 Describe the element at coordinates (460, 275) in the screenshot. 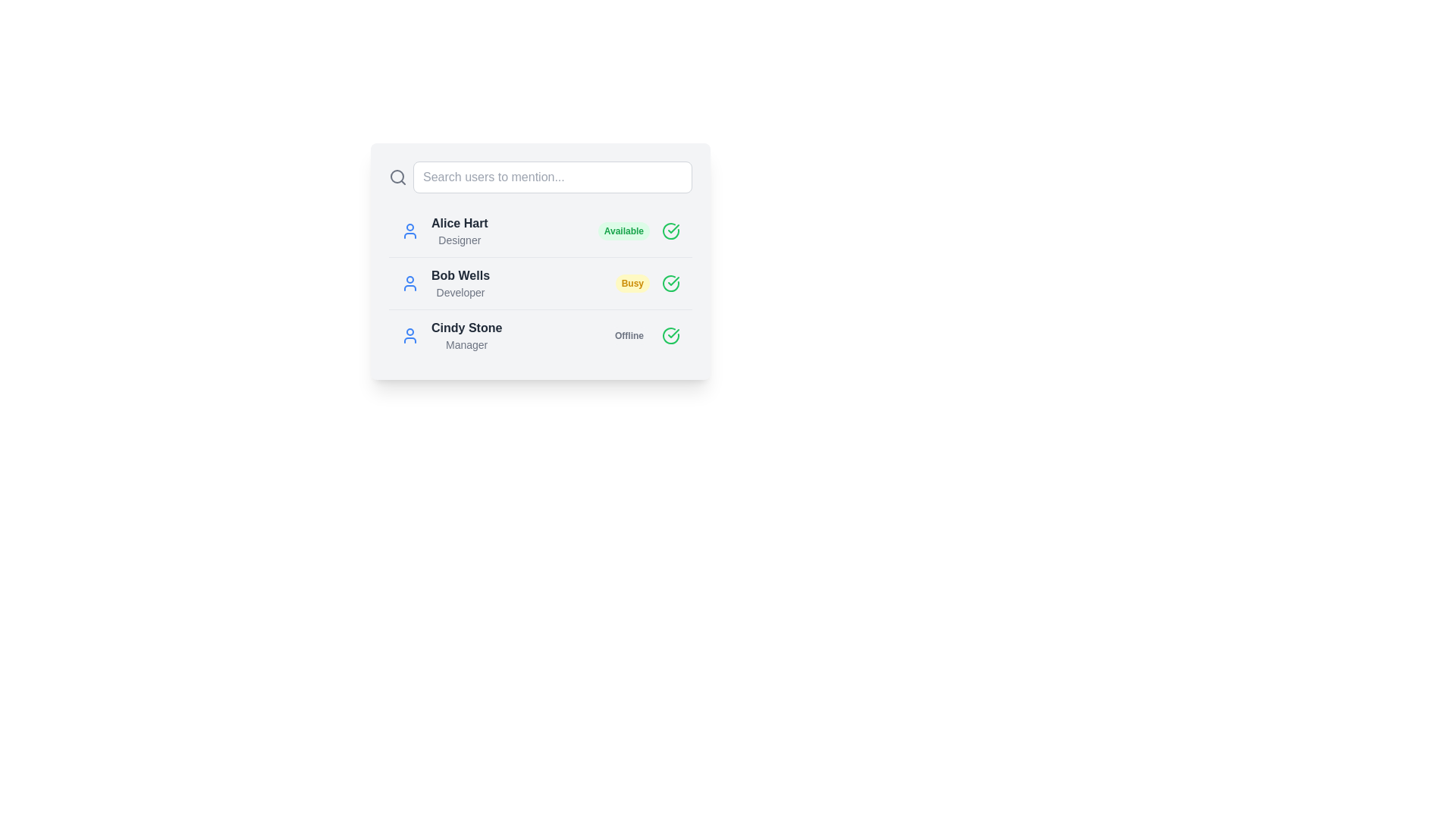

I see `the bold text label 'Bob Wells', which is the first line of a two-line text block in a user entry list` at that location.